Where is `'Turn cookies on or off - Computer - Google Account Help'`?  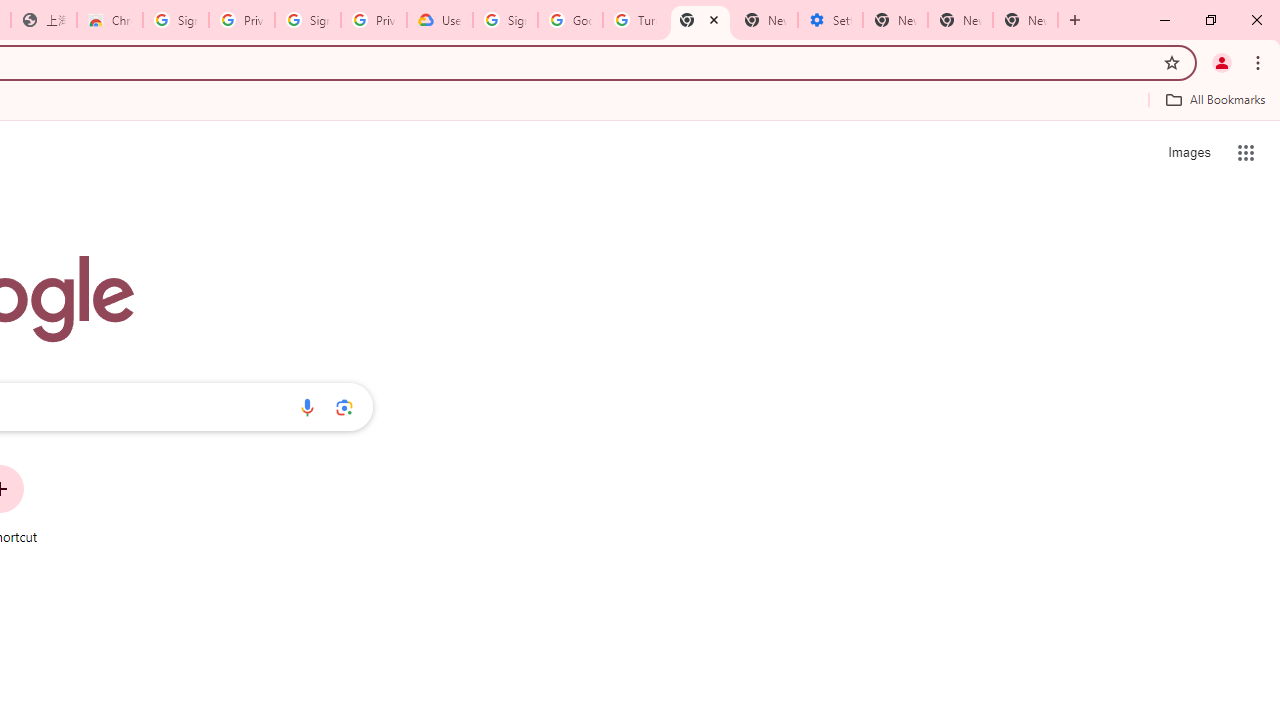 'Turn cookies on or off - Computer - Google Account Help' is located at coordinates (634, 20).